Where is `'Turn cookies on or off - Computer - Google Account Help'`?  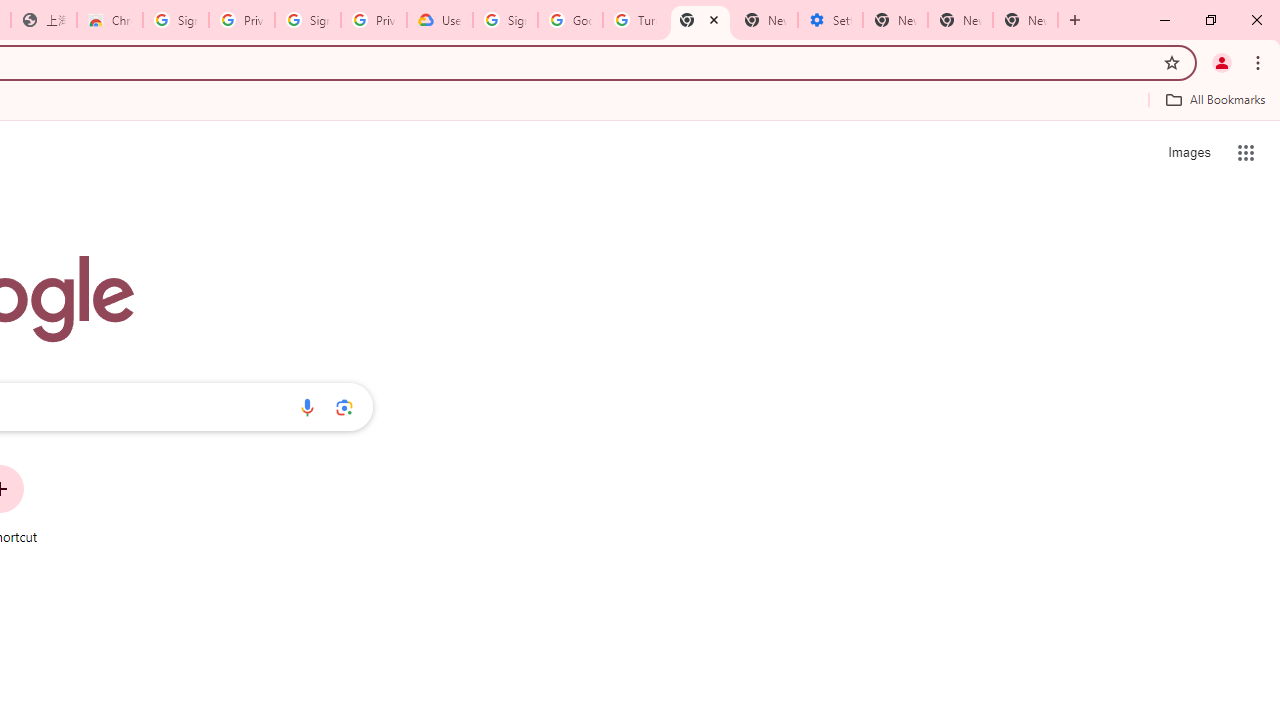 'Turn cookies on or off - Computer - Google Account Help' is located at coordinates (634, 20).